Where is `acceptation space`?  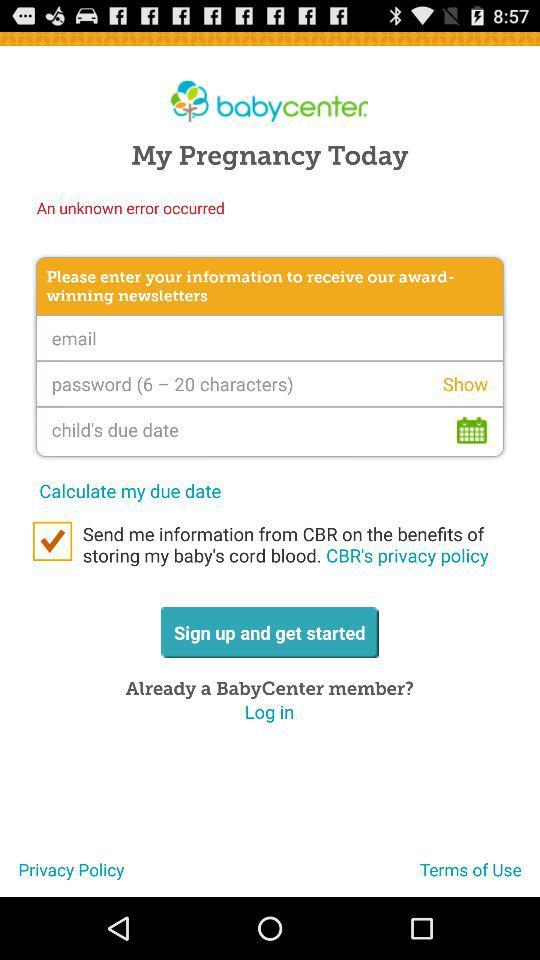
acceptation space is located at coordinates (52, 541).